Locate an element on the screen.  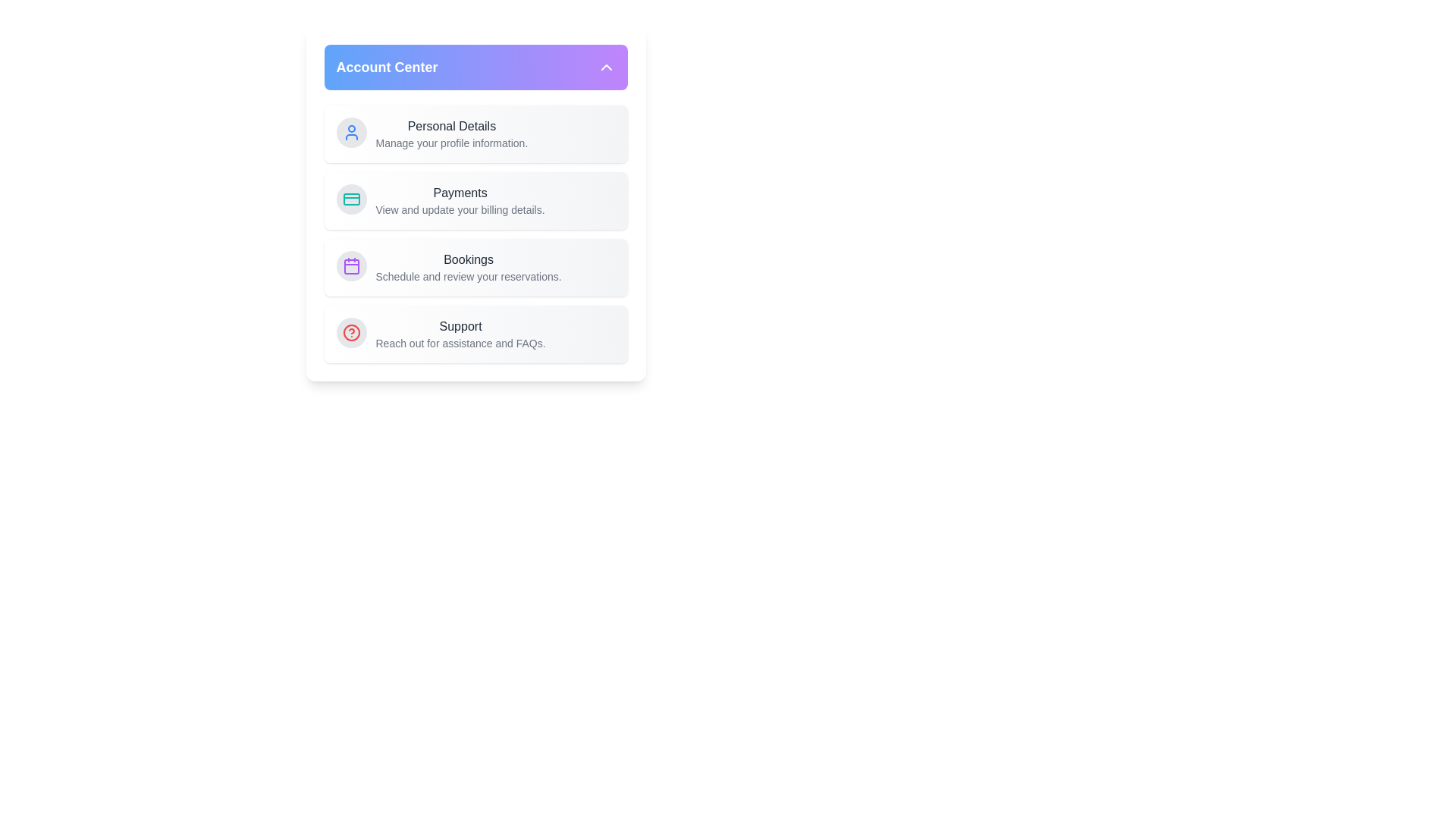
the 'Personal Details' menu item to navigate to the respective section is located at coordinates (475, 133).